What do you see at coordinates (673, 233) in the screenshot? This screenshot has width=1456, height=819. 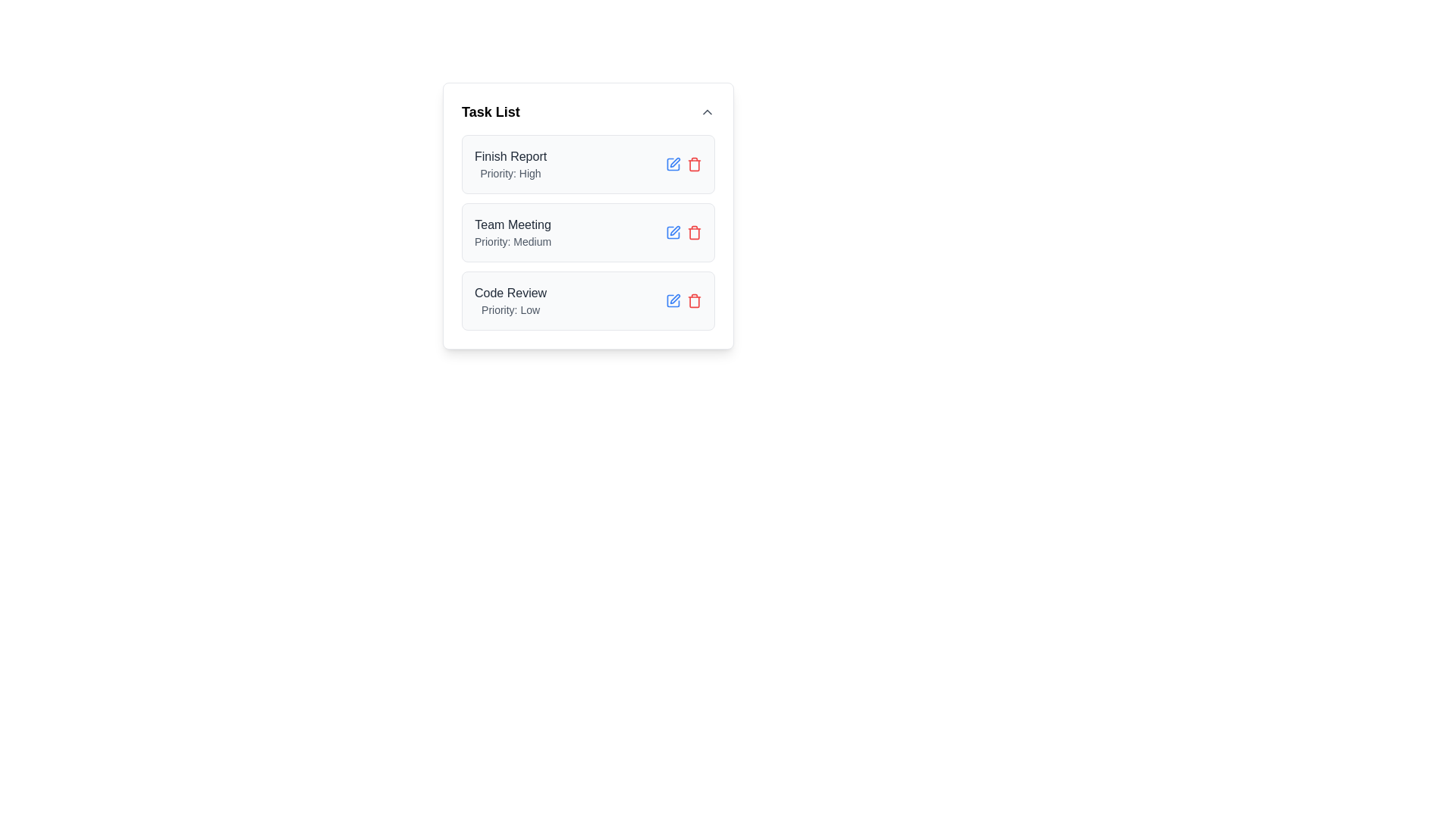 I see `the blue edit icon resembling a pencil located to the right of the 'Team Meeting' task item to trigger the hover effect and change its color` at bounding box center [673, 233].